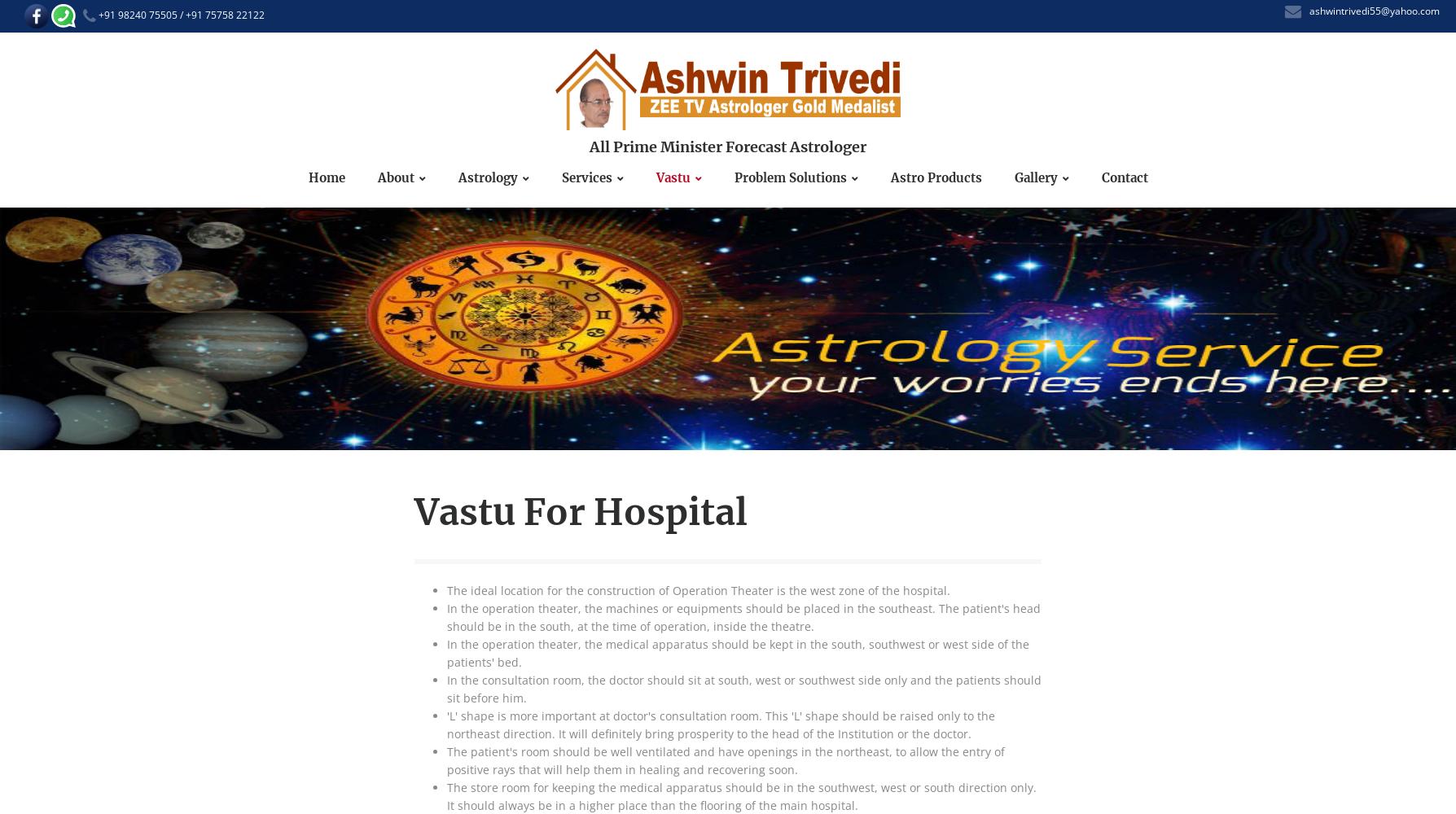 This screenshot has width=1456, height=814. What do you see at coordinates (325, 176) in the screenshot?
I see `'Home'` at bounding box center [325, 176].